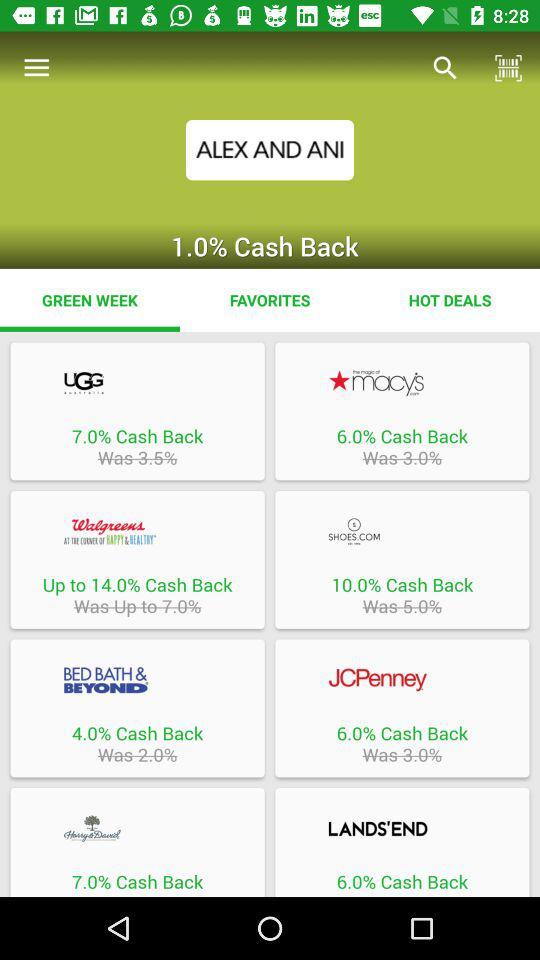  Describe the element at coordinates (136, 680) in the screenshot. I see `open this card` at that location.